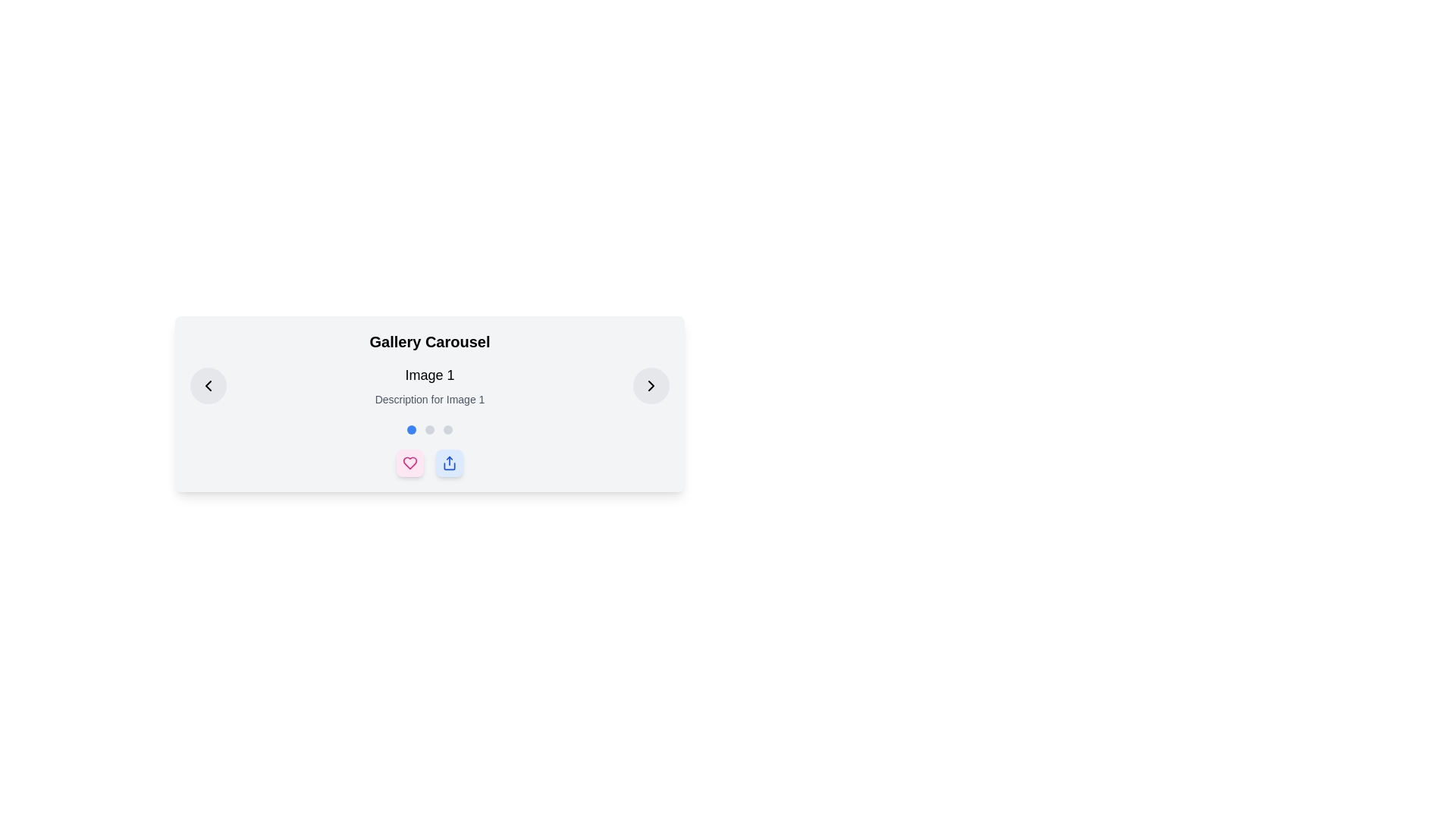  What do you see at coordinates (428, 430) in the screenshot?
I see `the middle circular progress indicator, which is a small gray indicator located in the lower portion of the carousel, positioned between a blue indicator on the left and another gray indicator on the right` at bounding box center [428, 430].